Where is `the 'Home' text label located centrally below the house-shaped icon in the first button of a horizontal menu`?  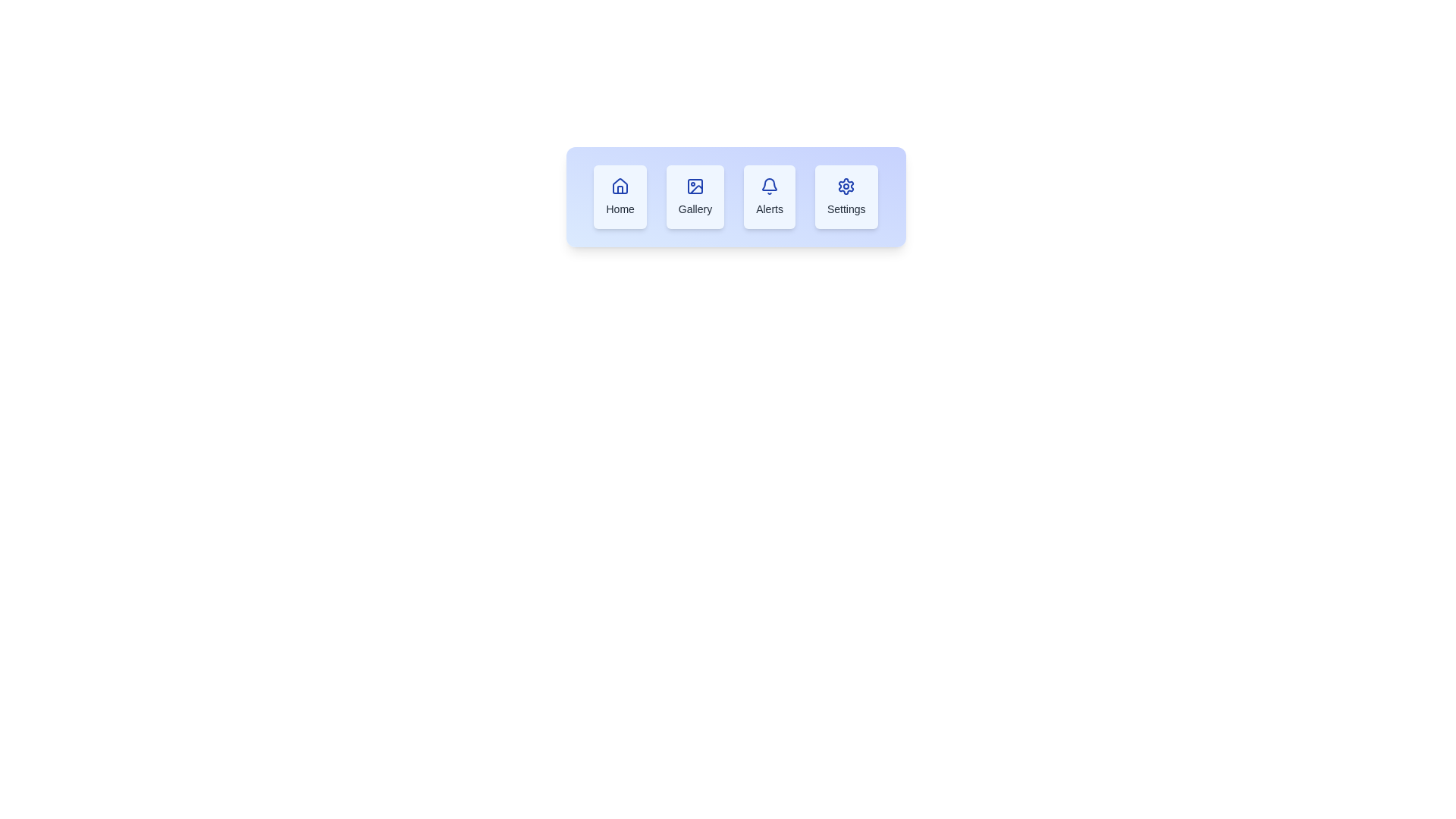 the 'Home' text label located centrally below the house-shaped icon in the first button of a horizontal menu is located at coordinates (620, 209).